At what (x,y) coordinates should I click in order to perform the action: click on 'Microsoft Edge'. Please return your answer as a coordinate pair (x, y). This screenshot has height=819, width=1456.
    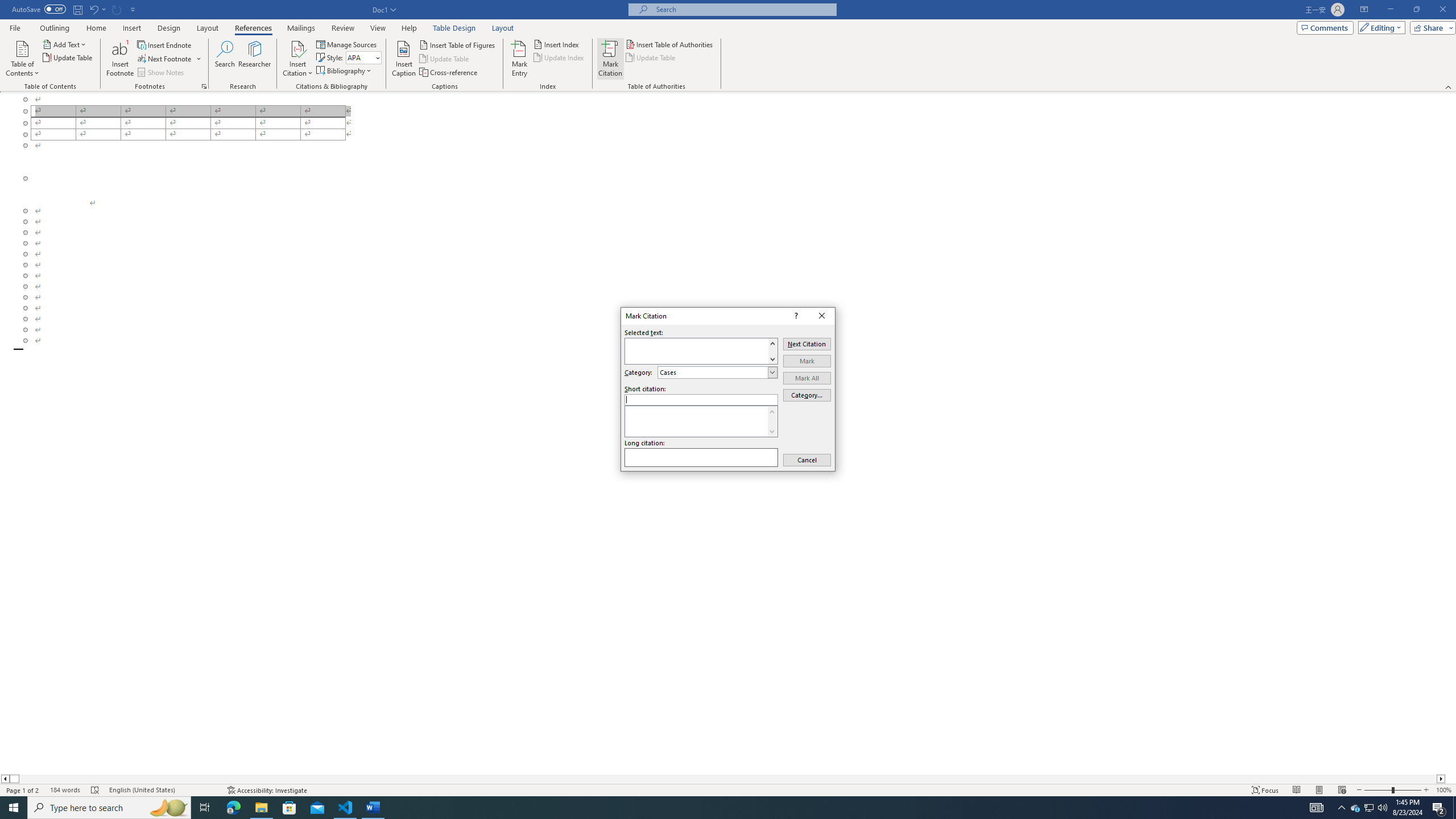
    Looking at the image, I should click on (233, 806).